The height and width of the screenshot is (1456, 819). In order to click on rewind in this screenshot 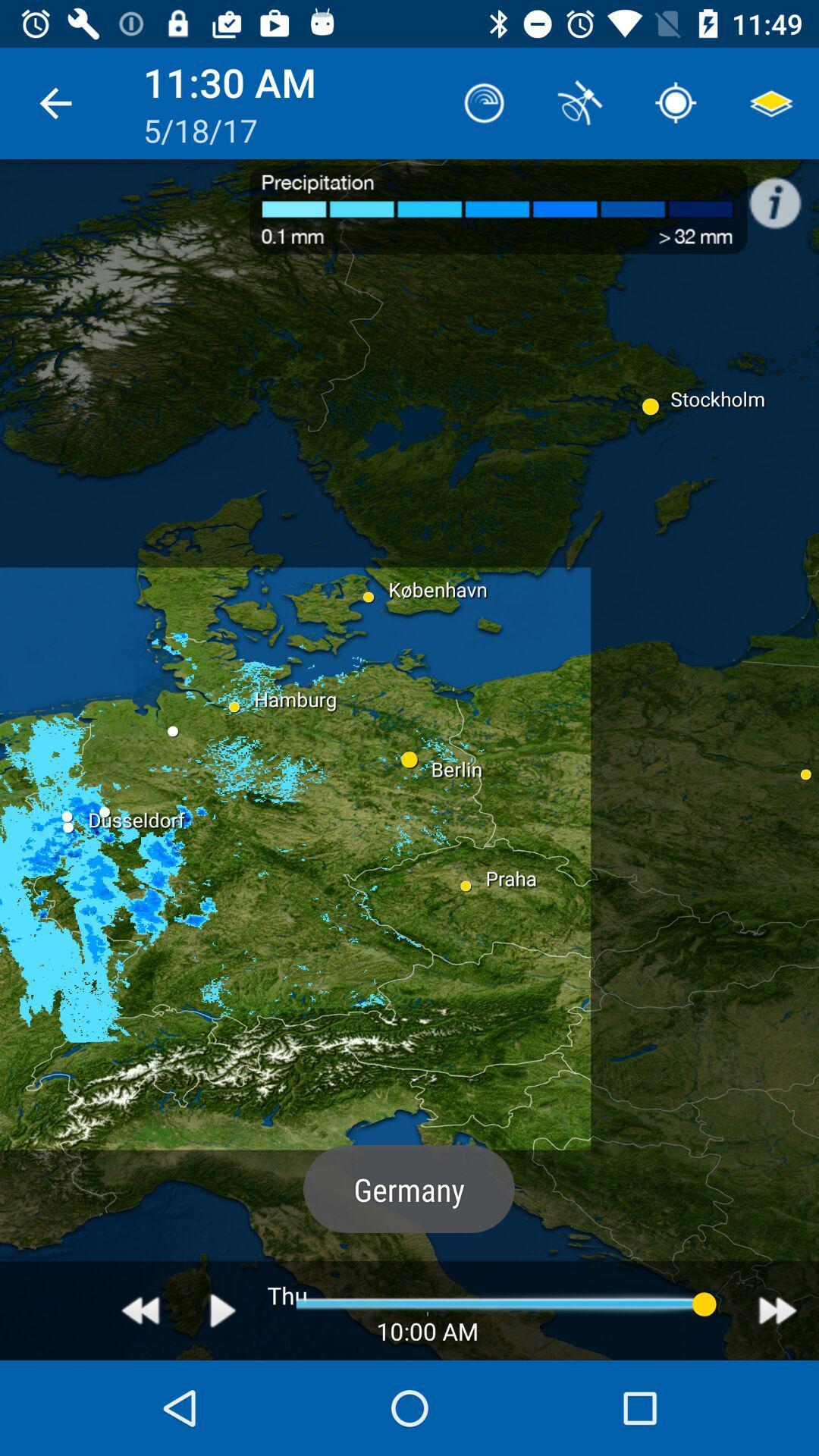, I will do `click(140, 1310)`.